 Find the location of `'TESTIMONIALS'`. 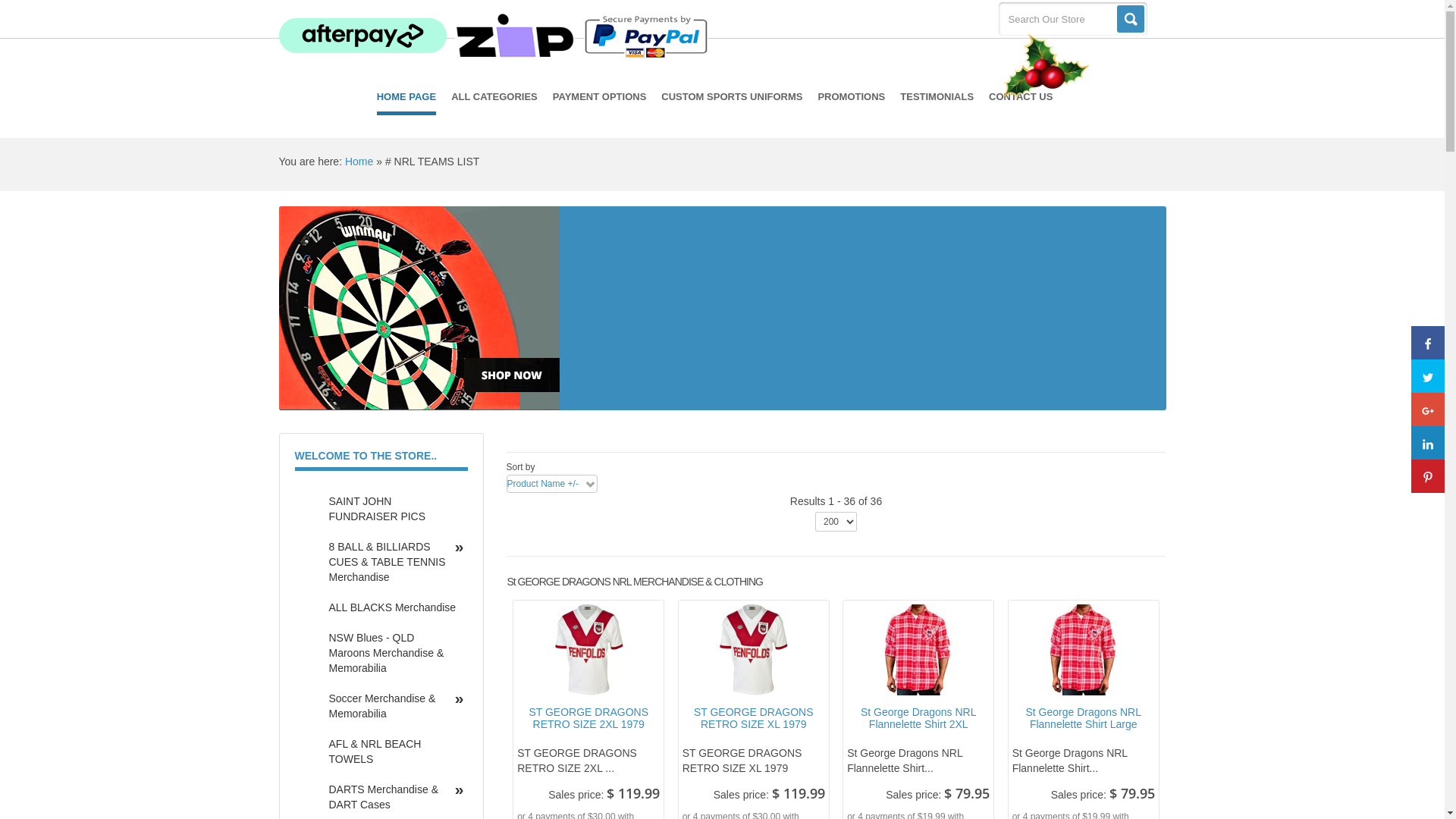

'TESTIMONIALS' is located at coordinates (936, 96).